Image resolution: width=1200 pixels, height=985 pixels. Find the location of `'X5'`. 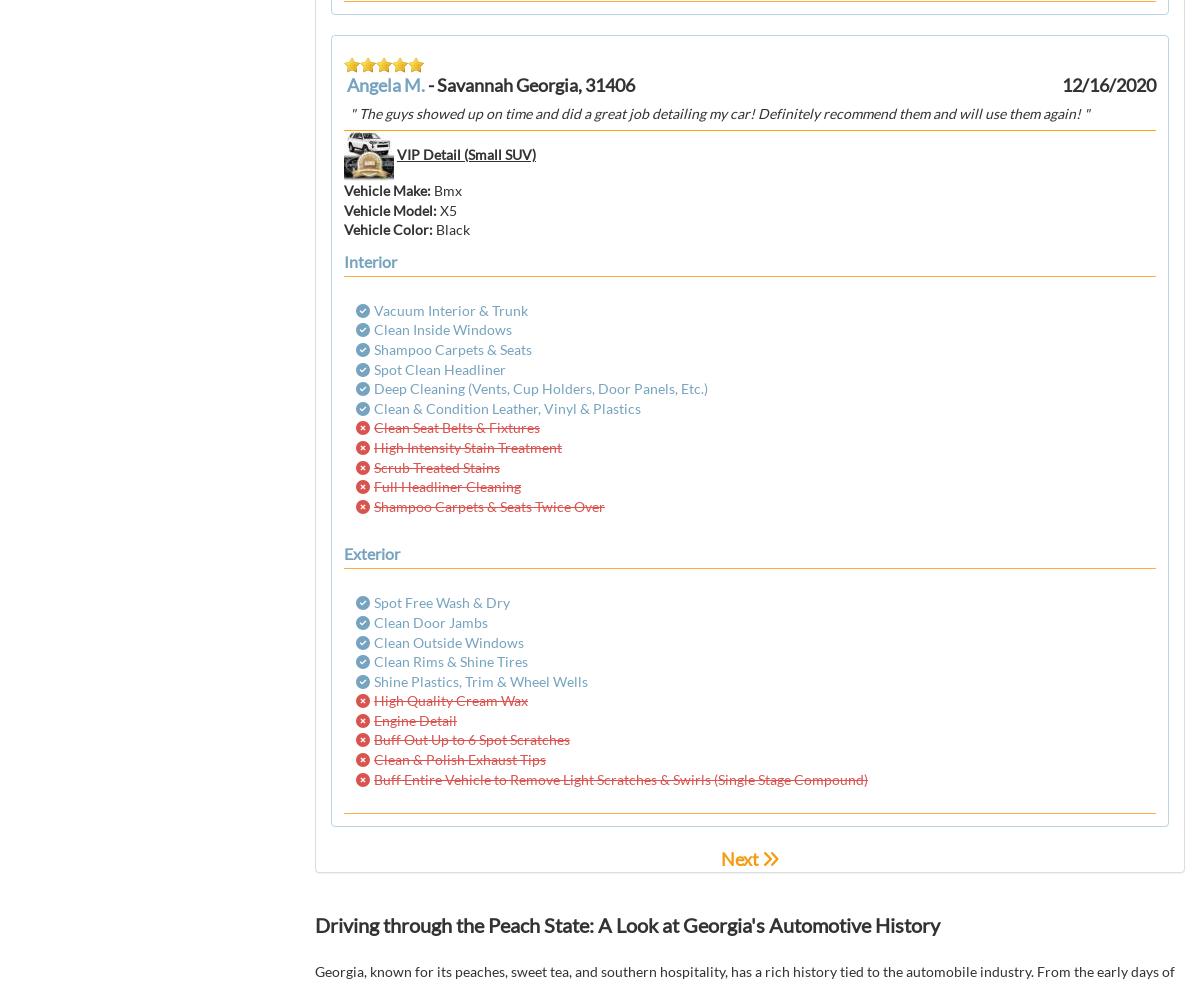

'X5' is located at coordinates (448, 208).